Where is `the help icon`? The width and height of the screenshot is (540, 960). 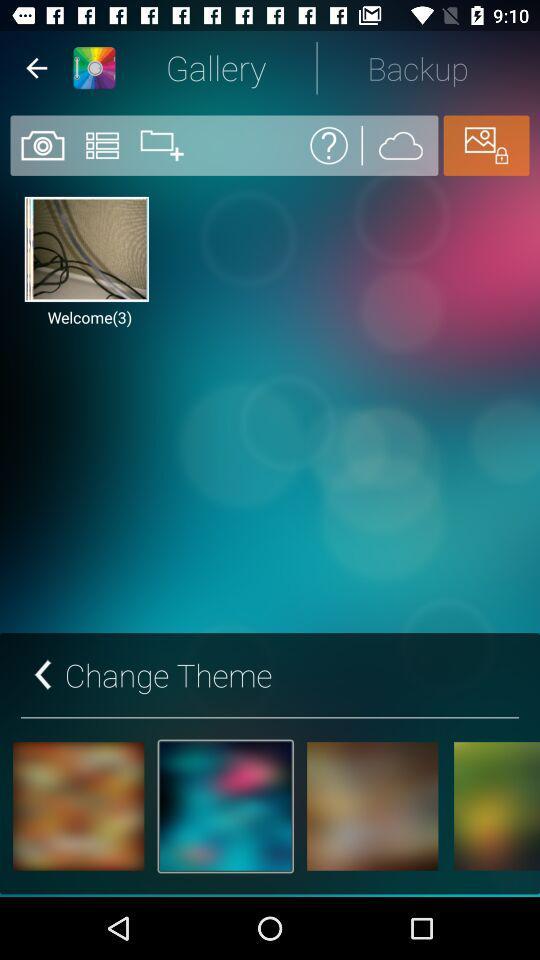
the help icon is located at coordinates (329, 144).